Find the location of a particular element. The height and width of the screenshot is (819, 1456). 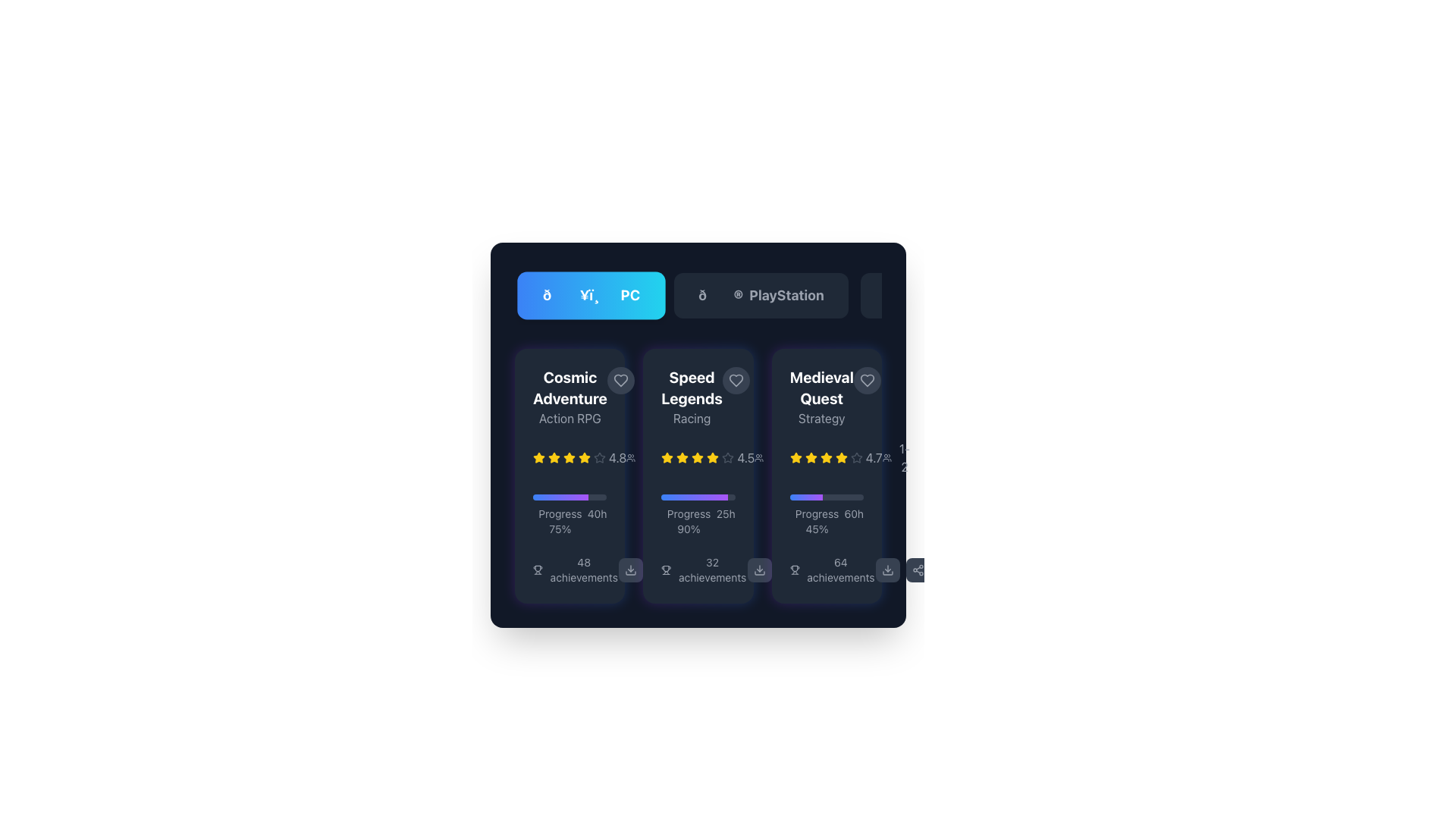

the 'PlayStation' text label within the button located in the control bar is located at coordinates (786, 295).